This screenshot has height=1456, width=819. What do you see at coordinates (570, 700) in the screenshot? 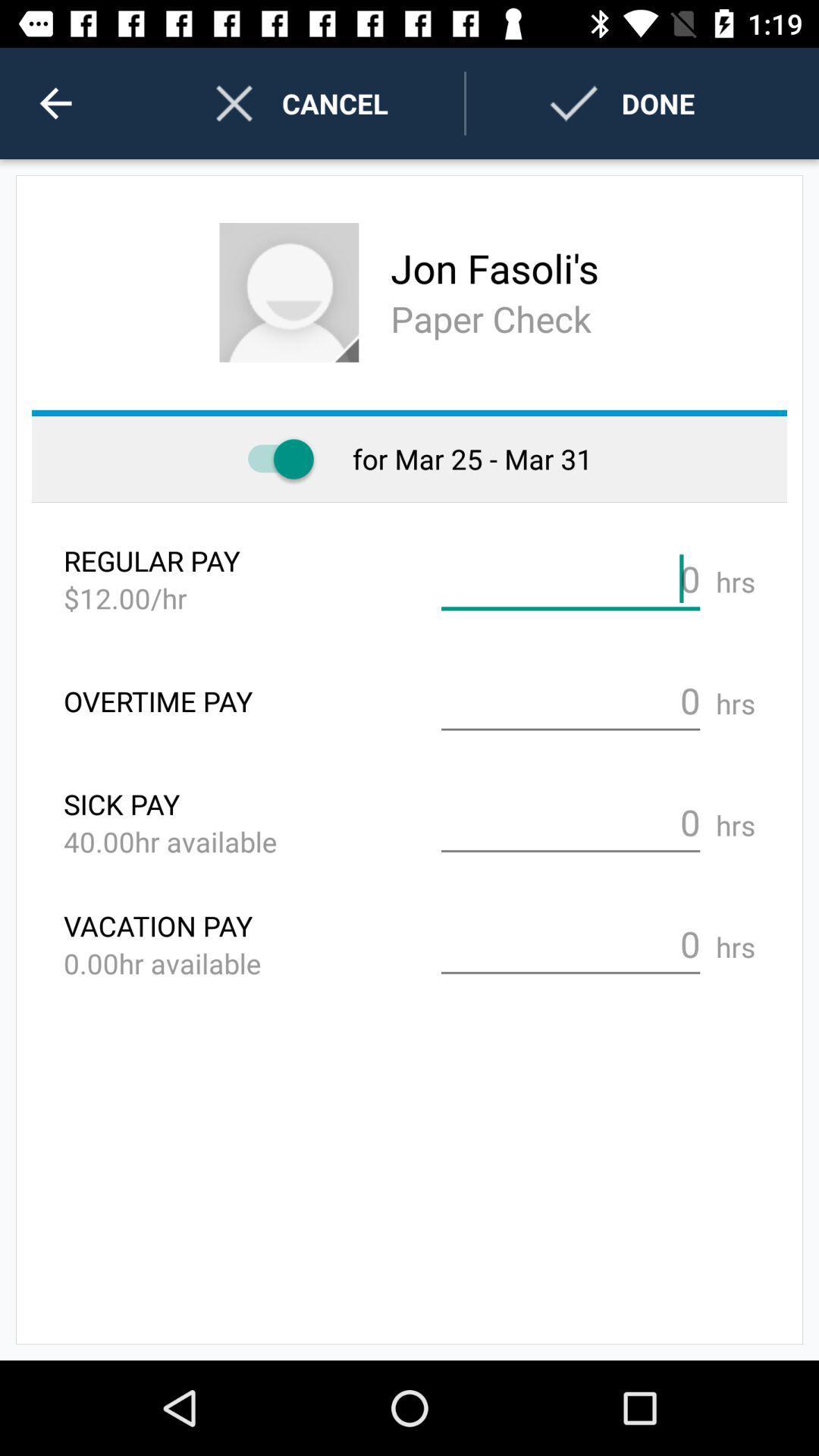
I see `total overtime hours` at bounding box center [570, 700].